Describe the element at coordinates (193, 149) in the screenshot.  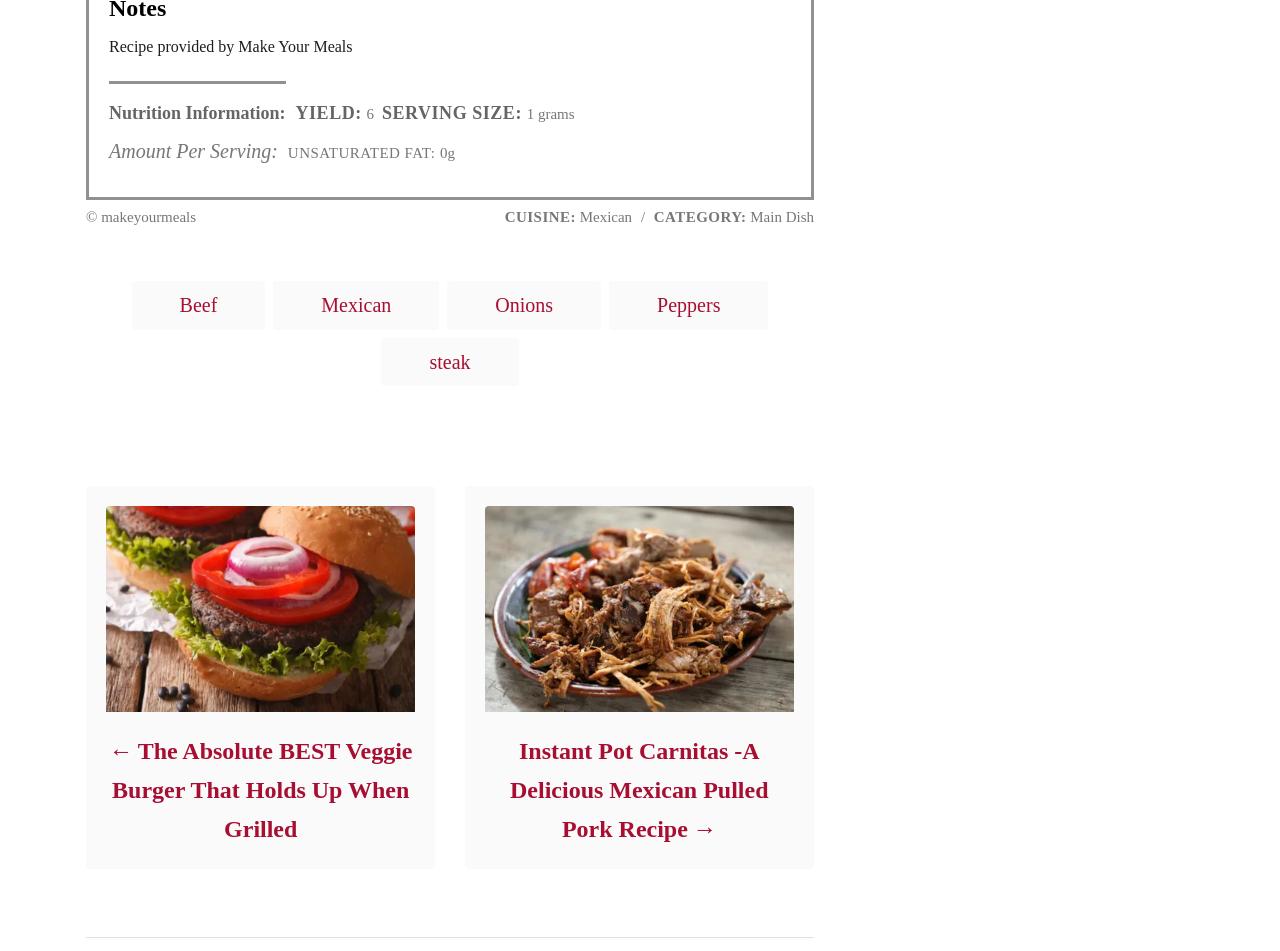
I see `'Amount Per Serving:'` at that location.